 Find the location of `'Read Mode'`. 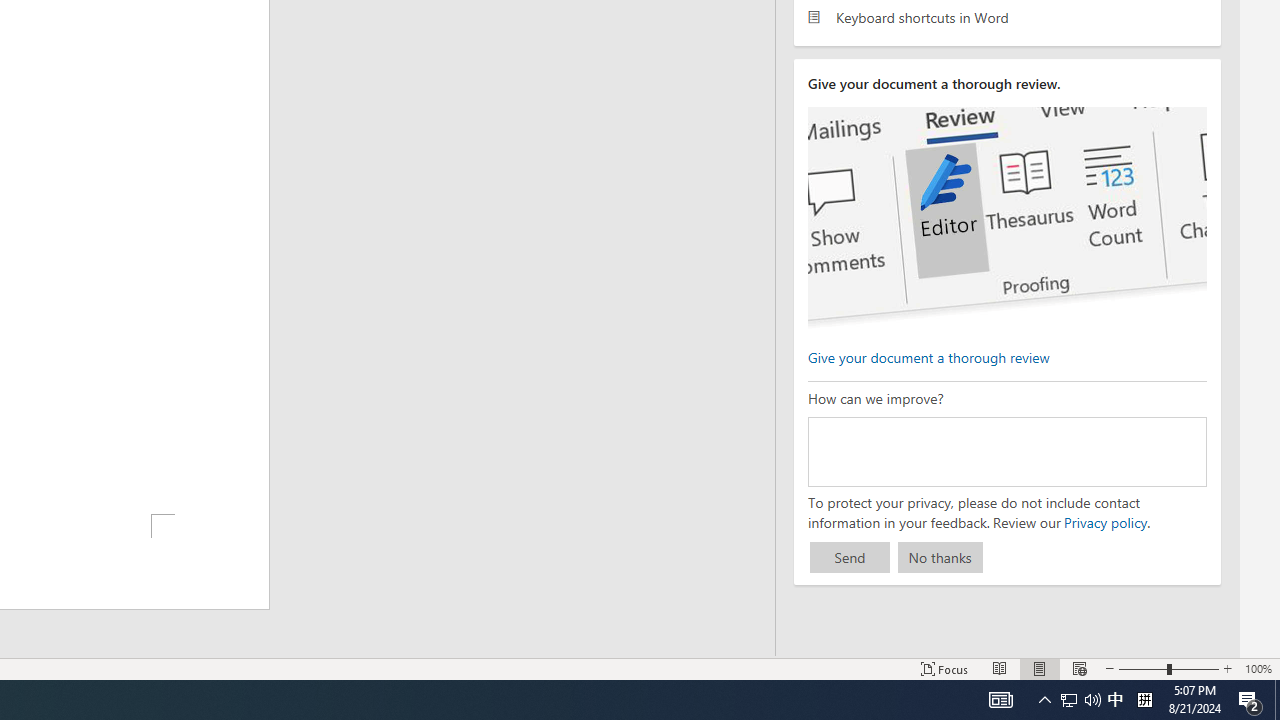

'Read Mode' is located at coordinates (1000, 669).